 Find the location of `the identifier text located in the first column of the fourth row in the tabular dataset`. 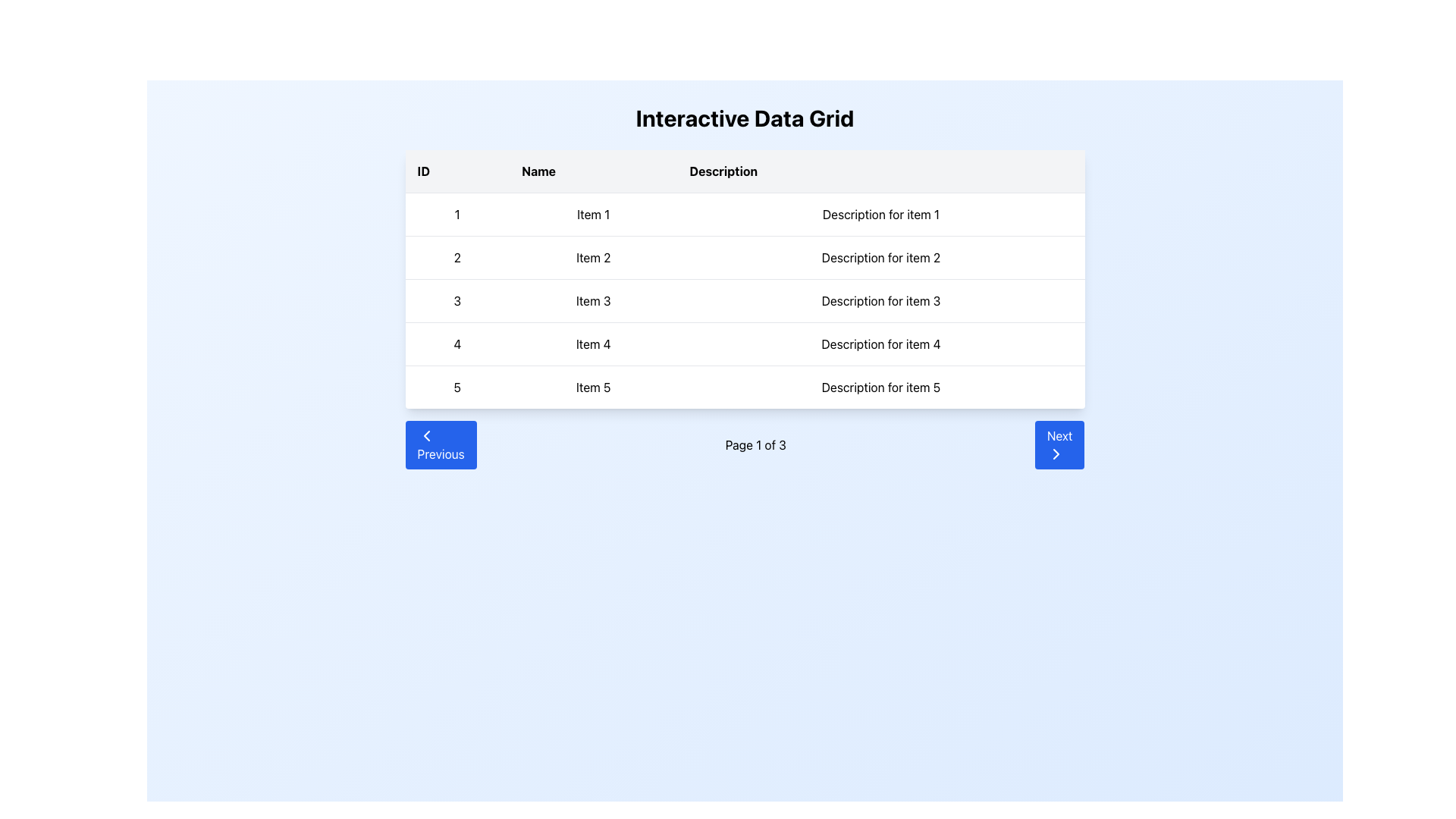

the identifier text located in the first column of the fourth row in the tabular dataset is located at coordinates (457, 344).